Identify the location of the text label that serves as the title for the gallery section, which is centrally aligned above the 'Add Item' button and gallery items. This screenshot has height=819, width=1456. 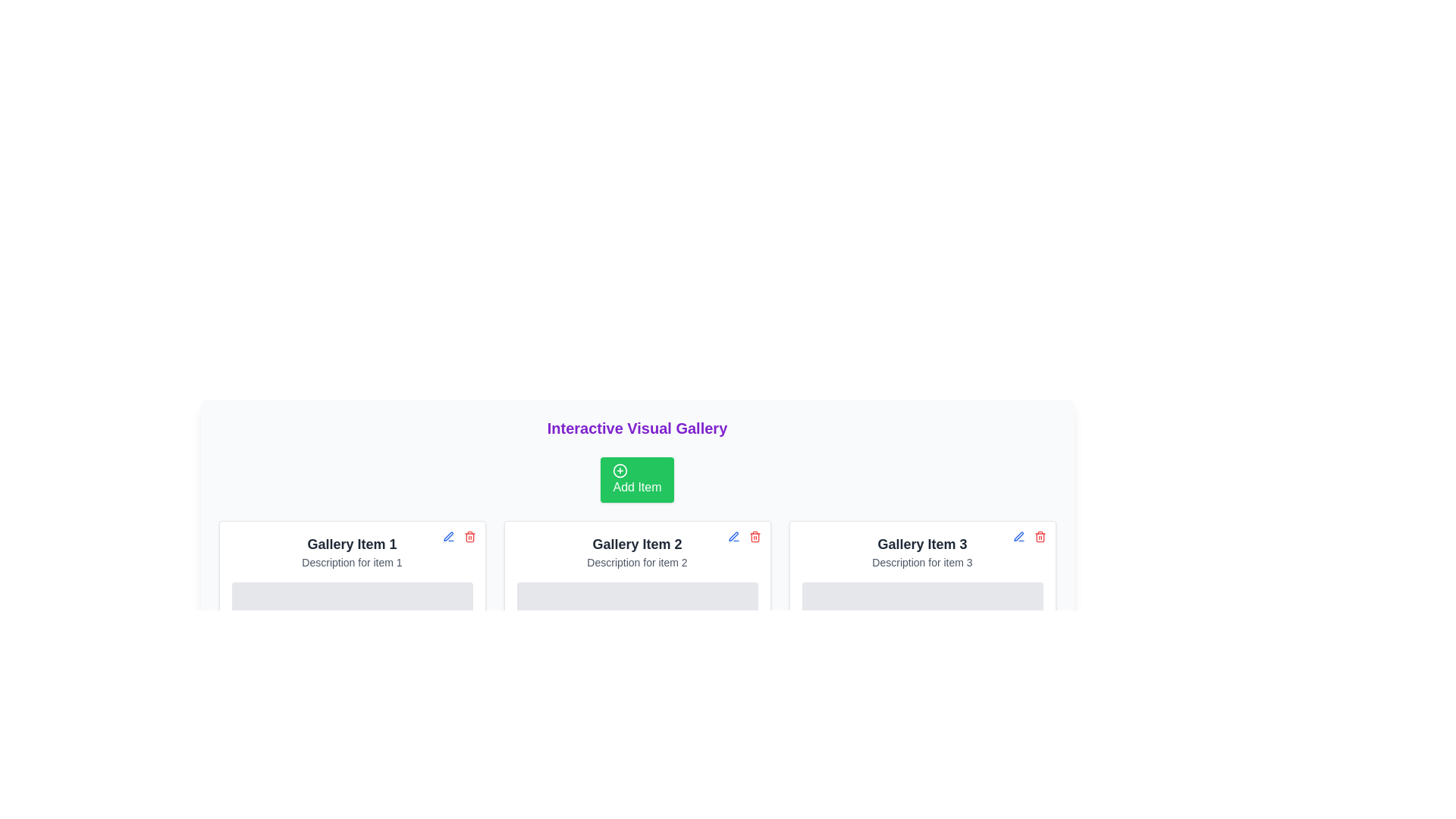
(637, 428).